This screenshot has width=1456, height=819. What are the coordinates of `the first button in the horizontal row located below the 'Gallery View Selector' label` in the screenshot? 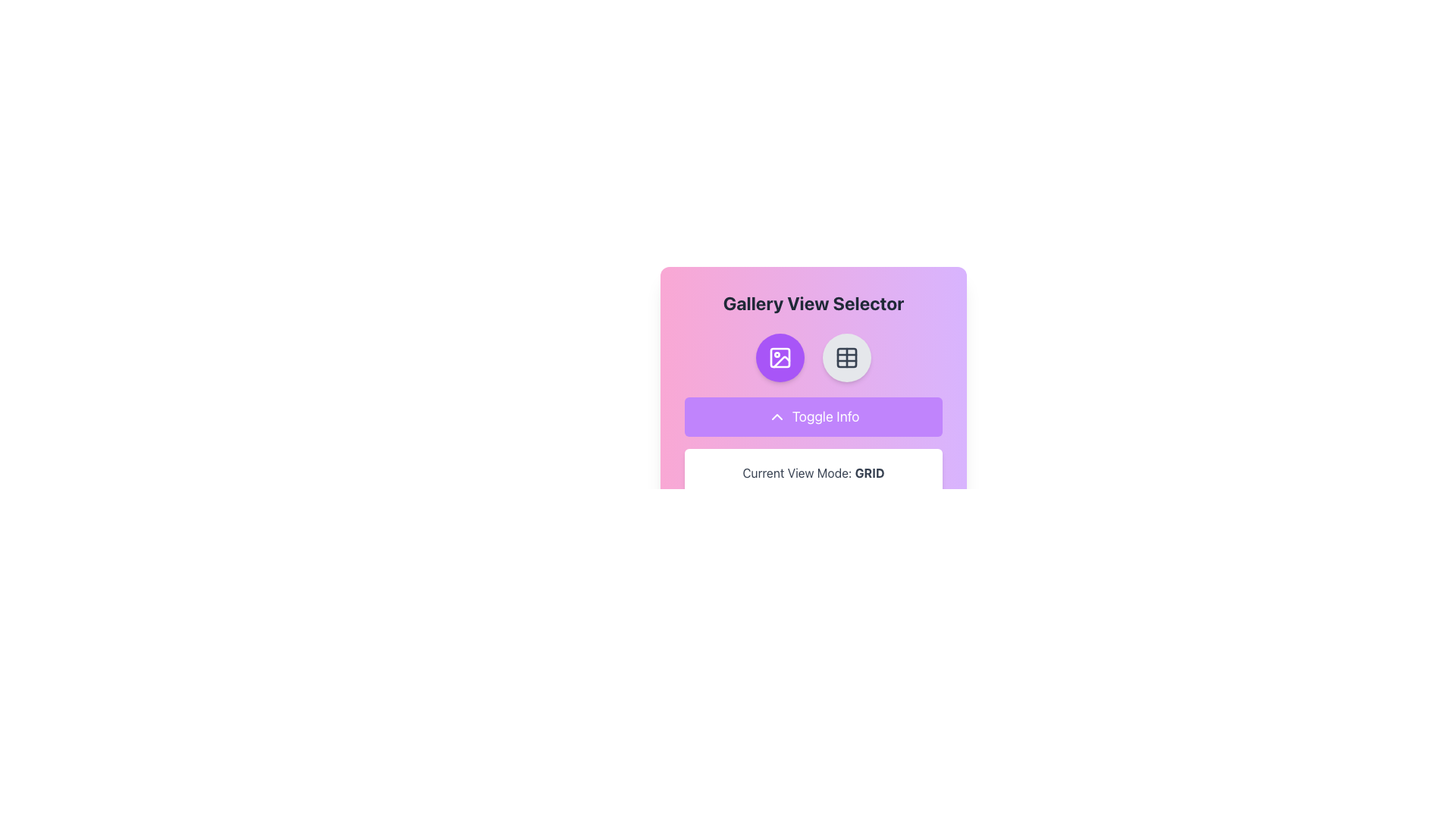 It's located at (780, 357).